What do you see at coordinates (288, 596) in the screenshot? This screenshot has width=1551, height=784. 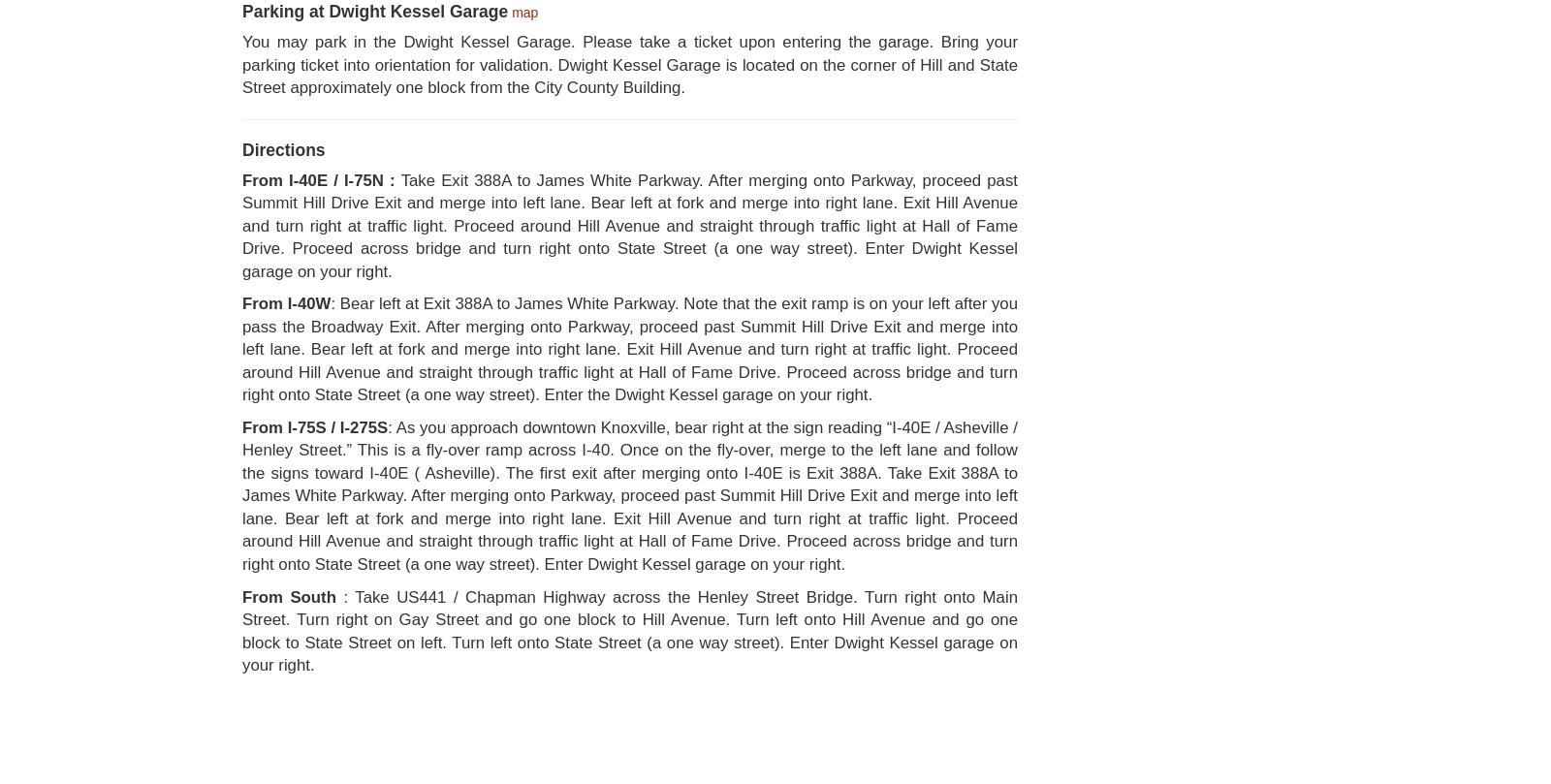 I see `'From South'` at bounding box center [288, 596].